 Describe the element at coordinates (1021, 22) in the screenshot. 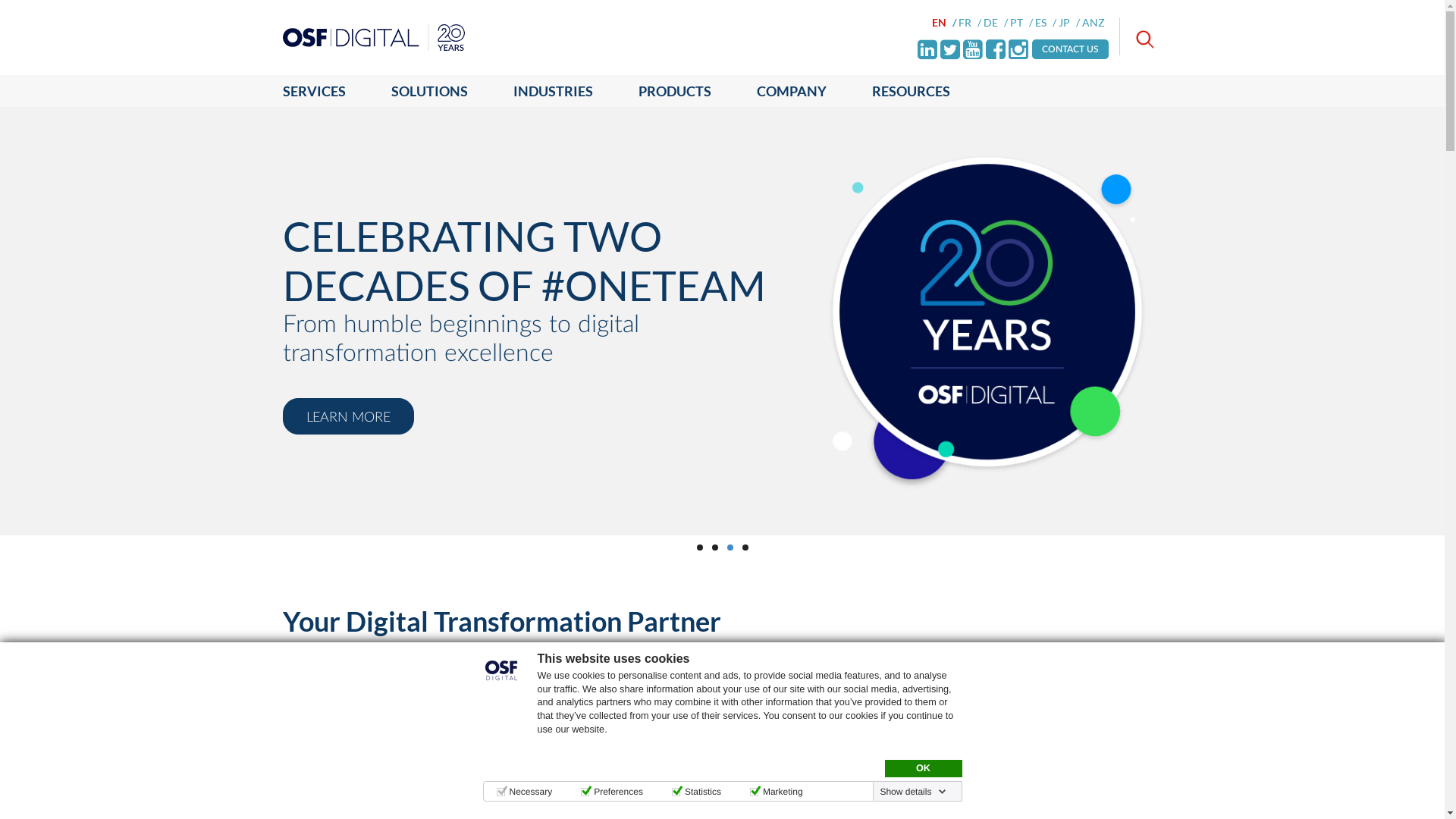

I see `'PT'` at that location.